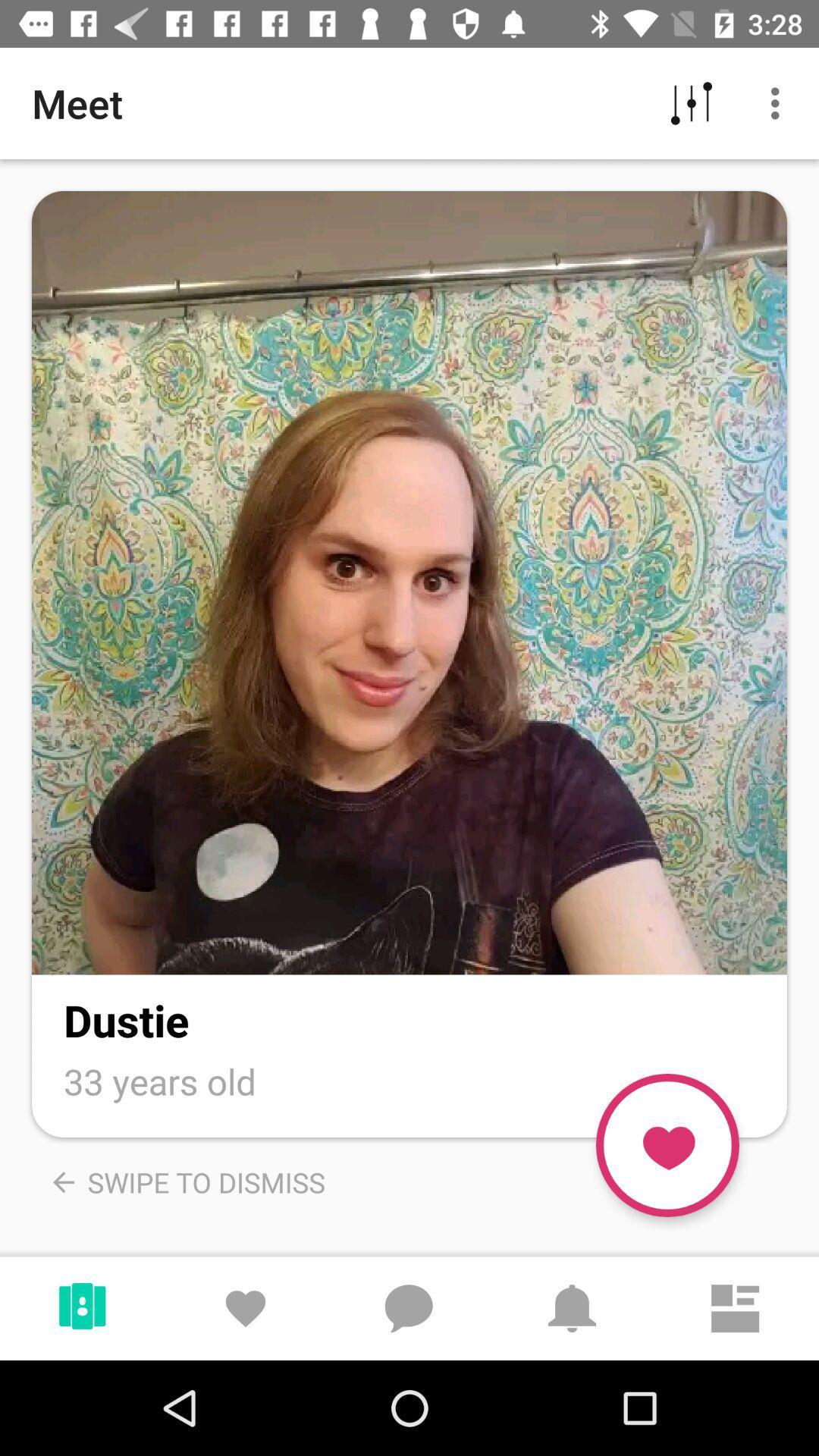 The image size is (819, 1456). What do you see at coordinates (160, 1081) in the screenshot?
I see `icon below dustie` at bounding box center [160, 1081].